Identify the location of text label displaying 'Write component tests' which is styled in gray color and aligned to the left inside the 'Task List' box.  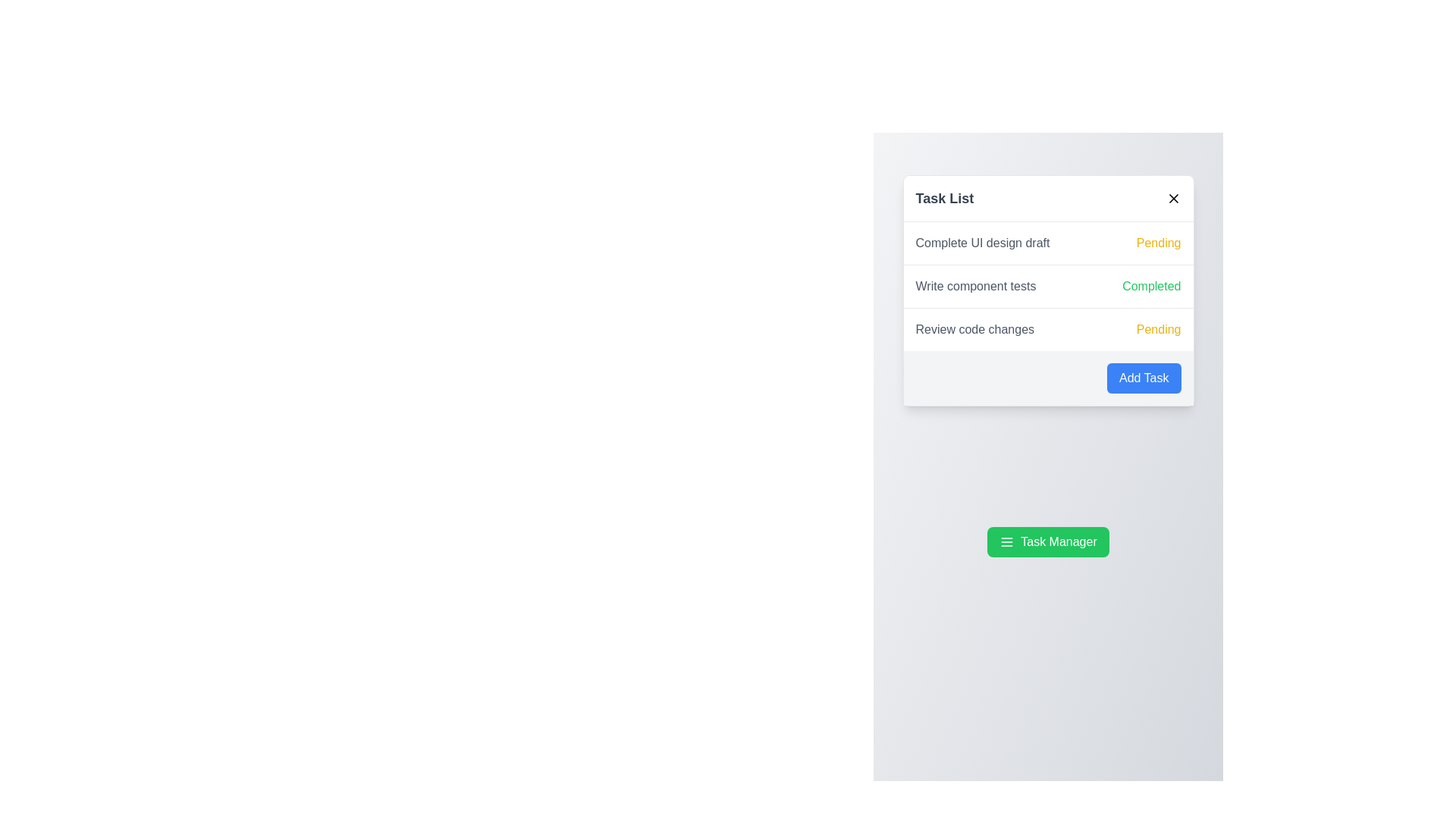
(975, 287).